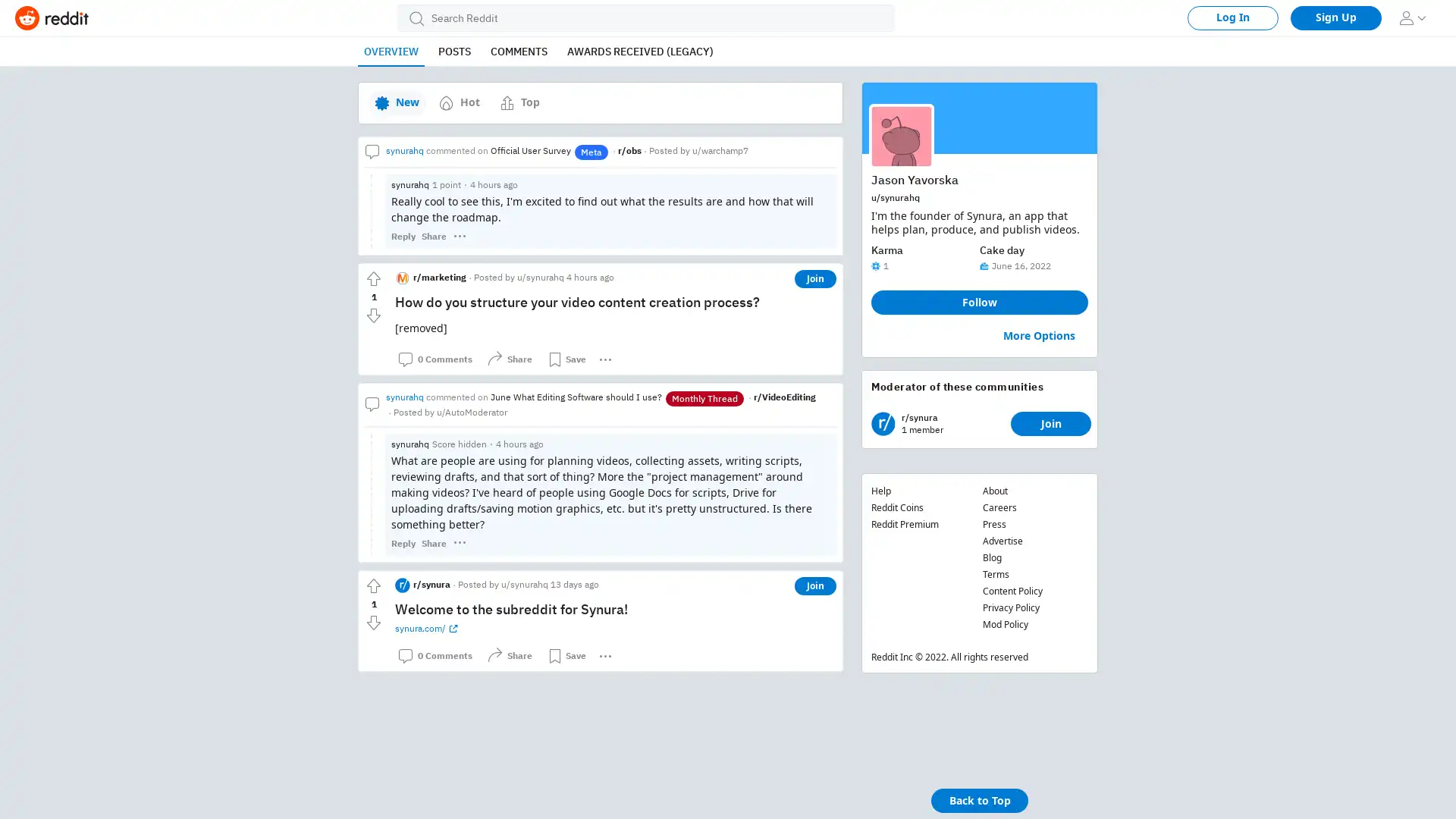 The image size is (1456, 819). Describe the element at coordinates (433, 237) in the screenshot. I see `Share` at that location.